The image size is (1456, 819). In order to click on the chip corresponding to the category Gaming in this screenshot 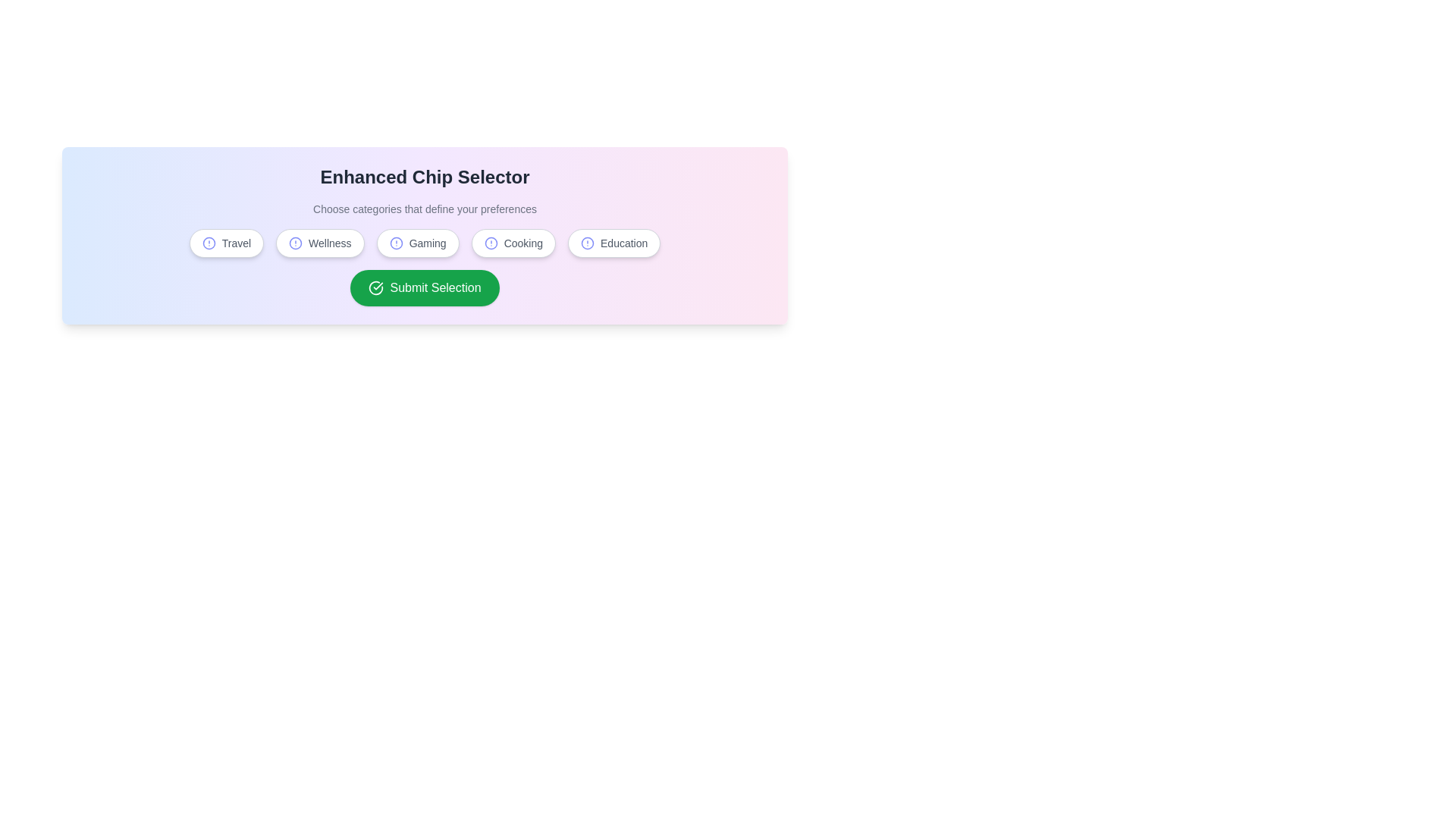, I will do `click(418, 242)`.